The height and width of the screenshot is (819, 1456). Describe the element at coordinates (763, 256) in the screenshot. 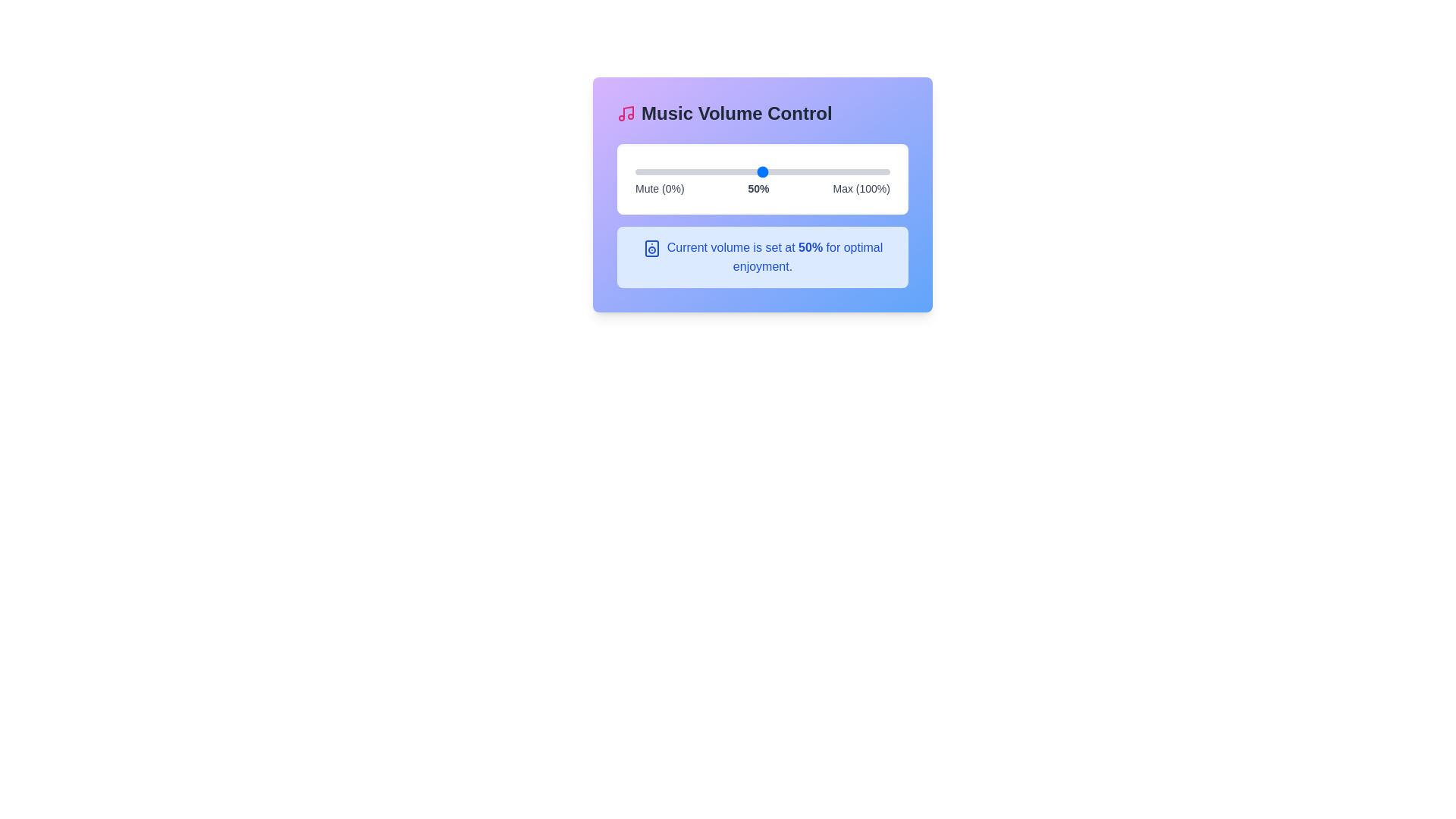

I see `the information box located below the volume slider` at that location.